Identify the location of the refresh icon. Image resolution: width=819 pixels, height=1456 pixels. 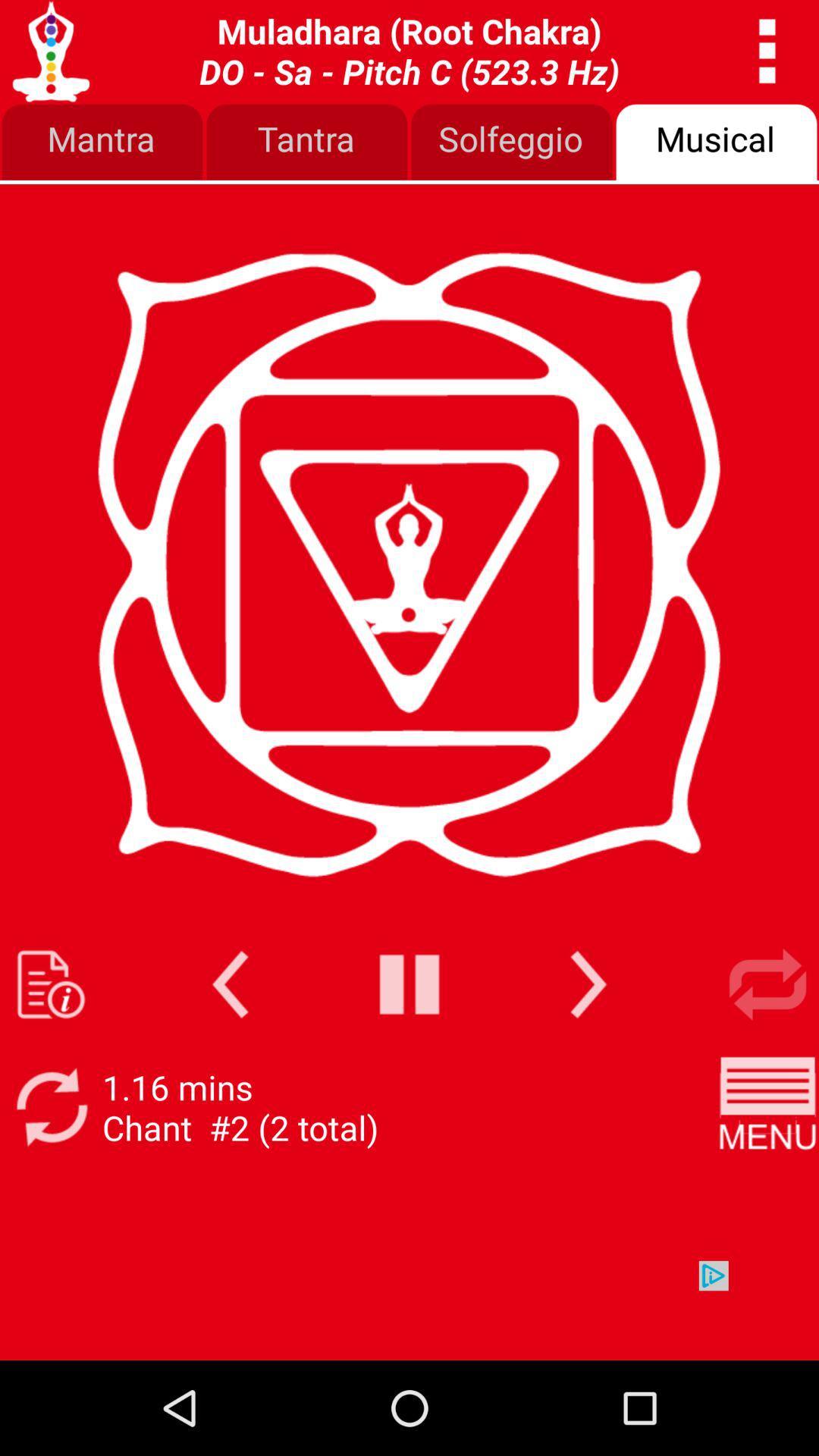
(50, 1184).